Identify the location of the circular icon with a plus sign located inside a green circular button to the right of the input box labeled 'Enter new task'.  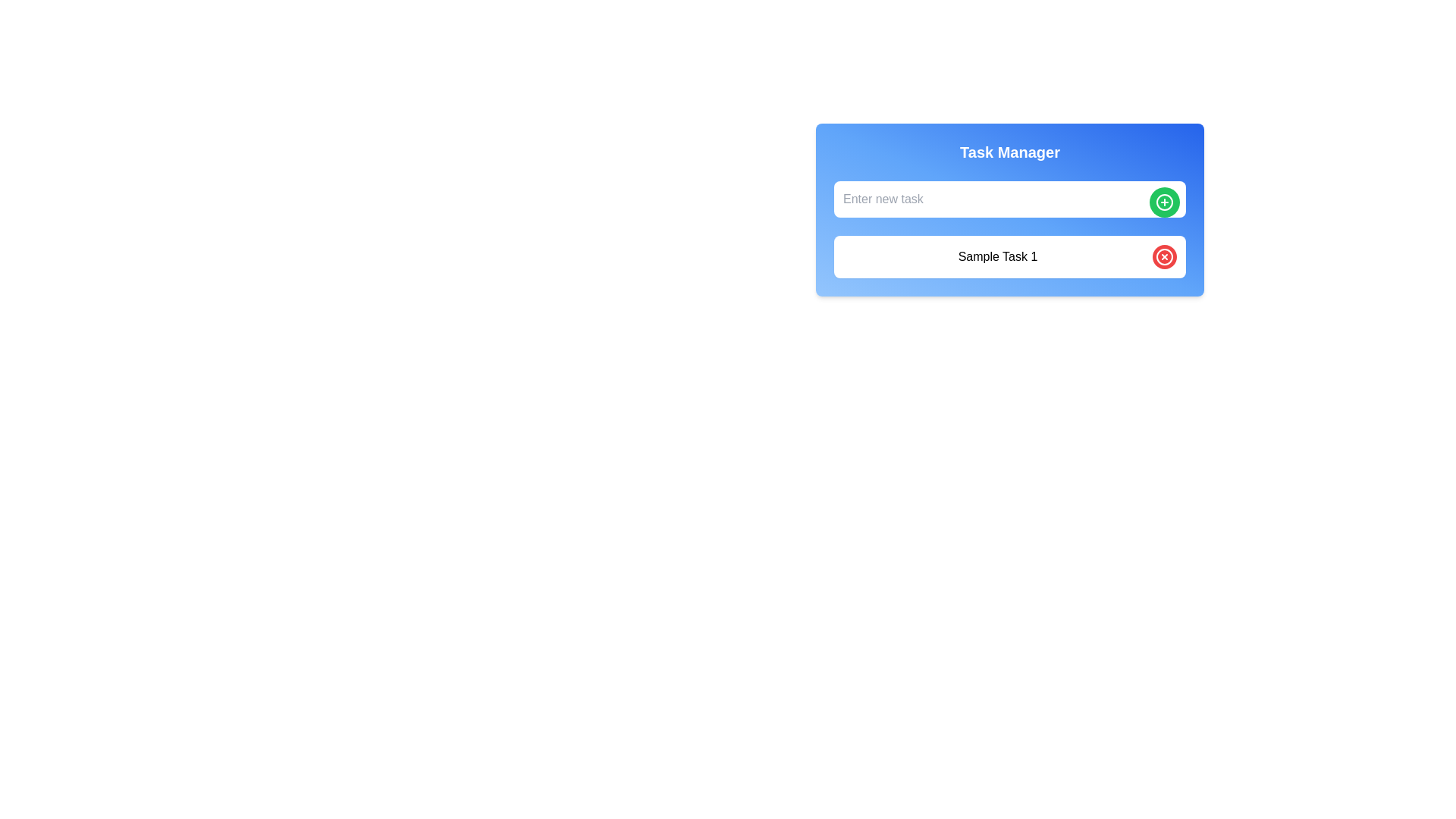
(1164, 201).